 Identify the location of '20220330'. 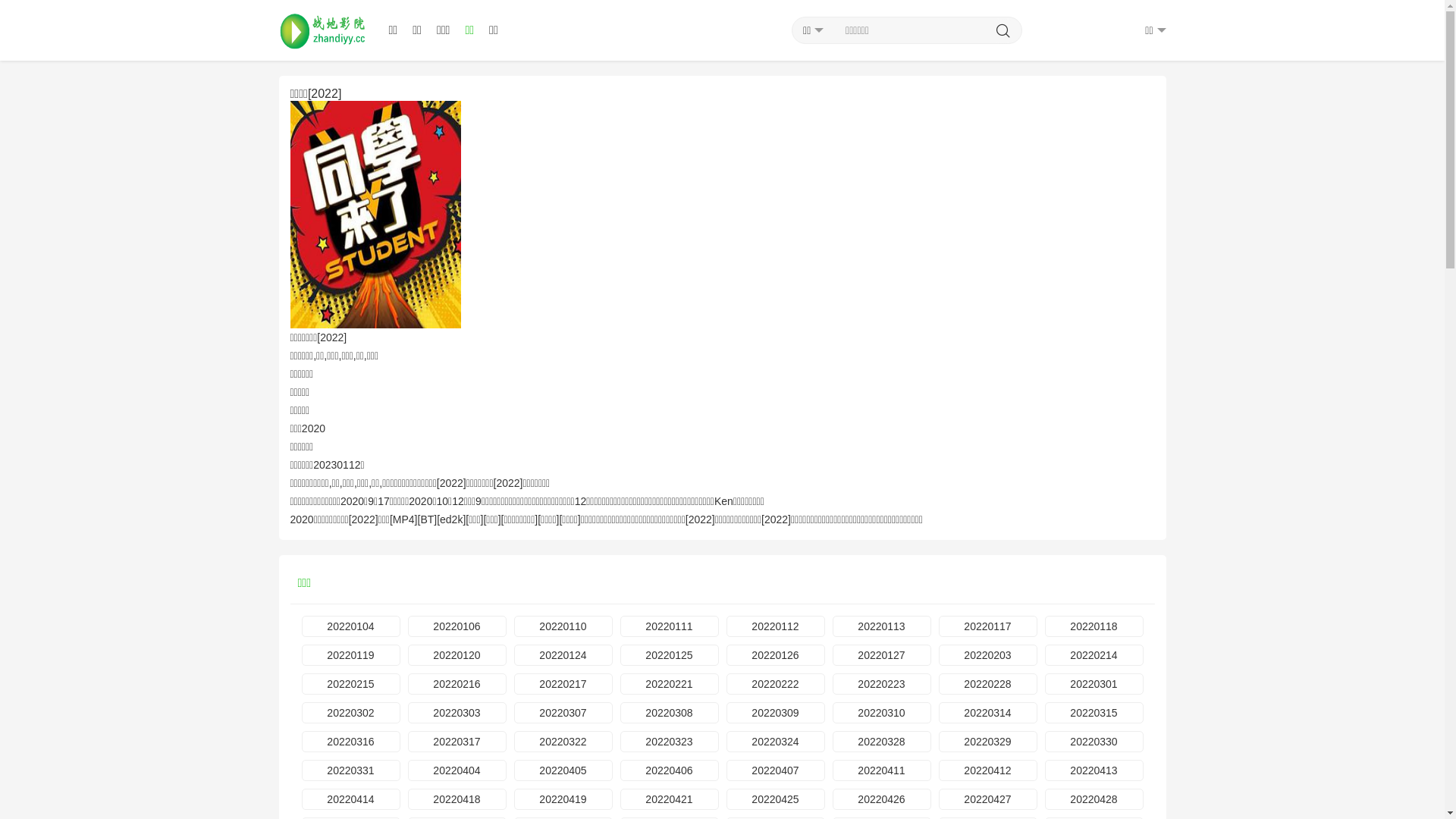
(1094, 741).